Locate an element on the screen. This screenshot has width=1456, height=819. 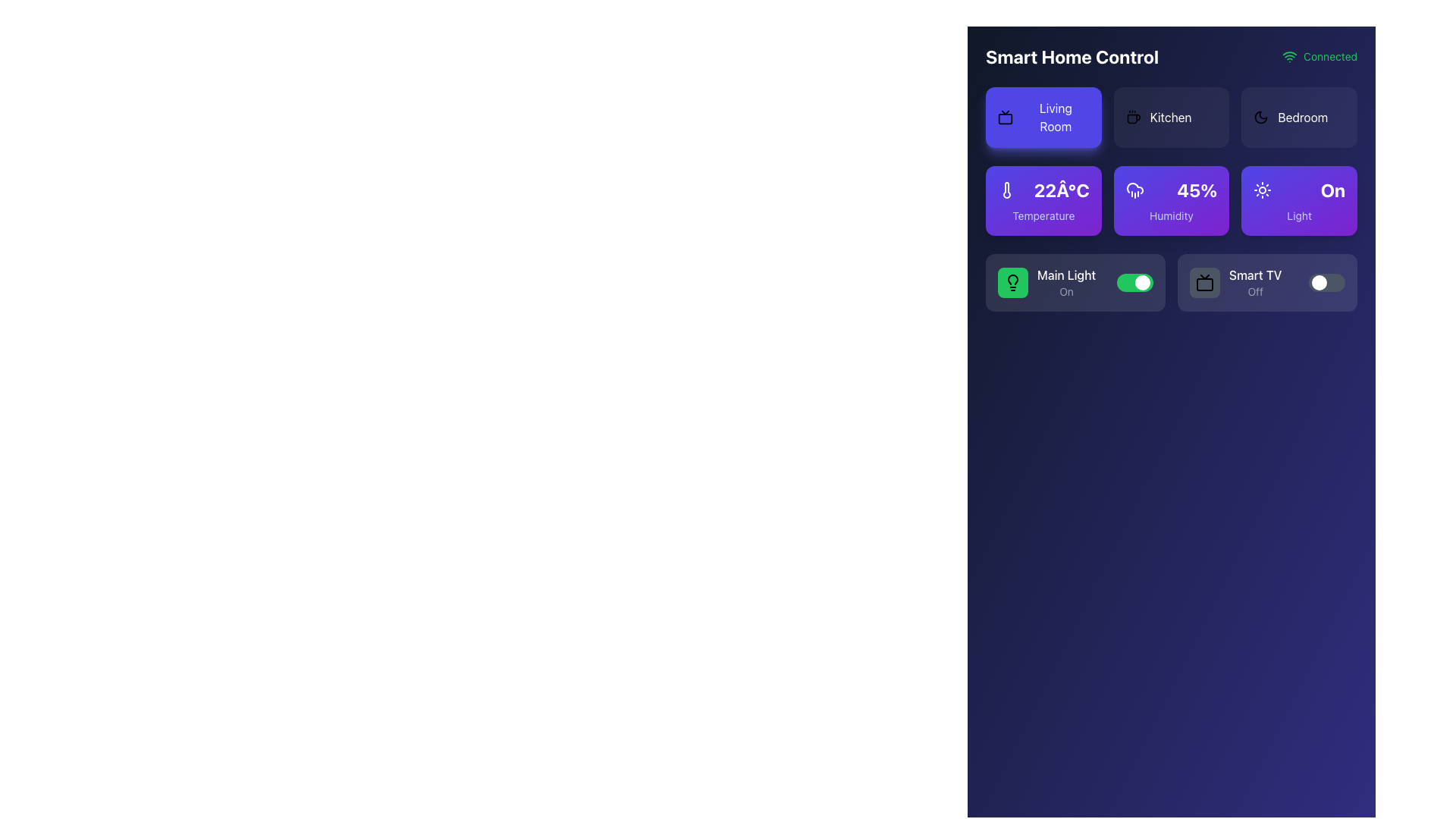
the current state of the Smart TV indicated by the label in the lower right corner of the control panel is located at coordinates (1255, 283).